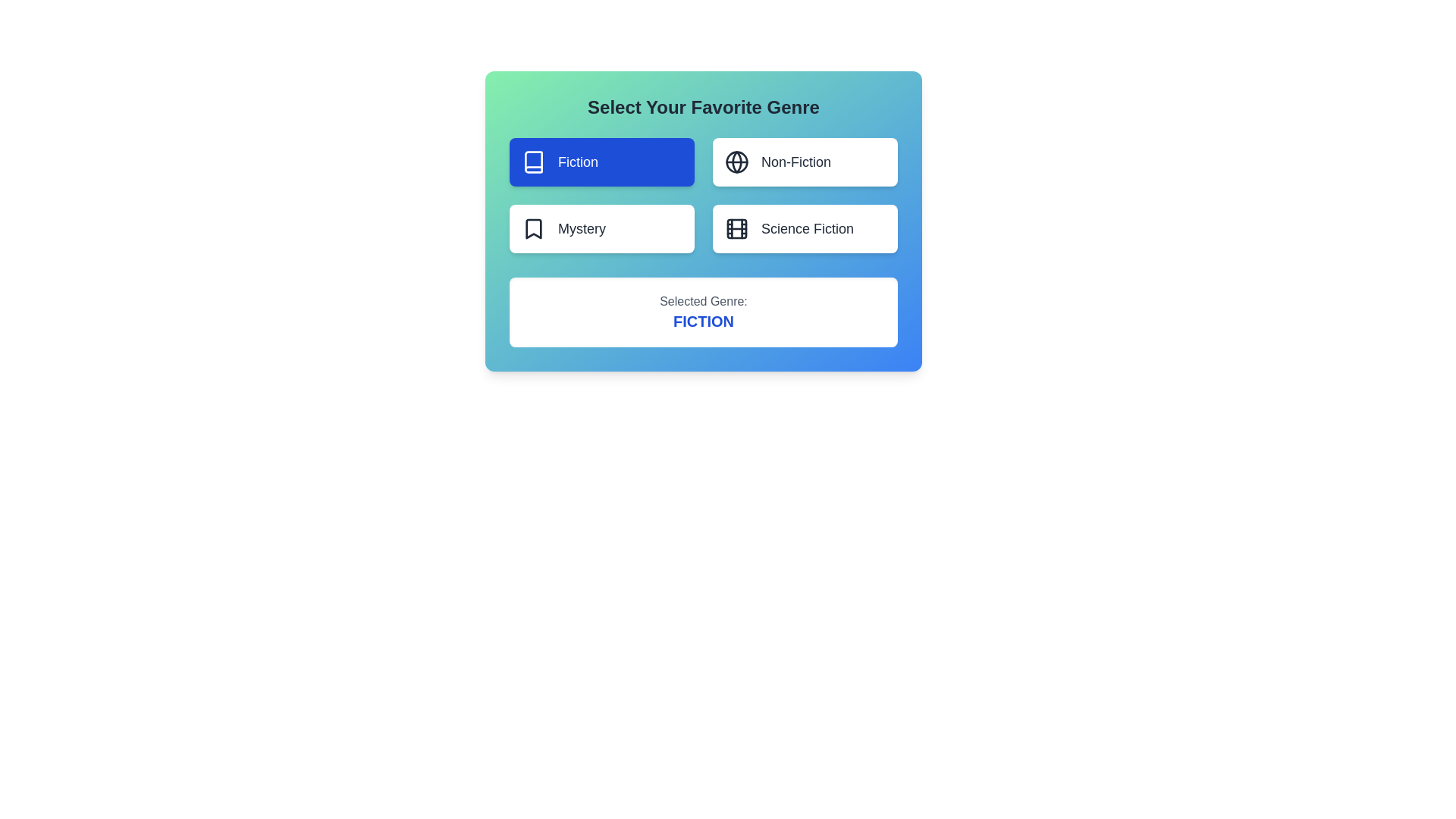 Image resolution: width=1456 pixels, height=819 pixels. I want to click on the genre Non-Fiction by clicking on its button, so click(804, 162).